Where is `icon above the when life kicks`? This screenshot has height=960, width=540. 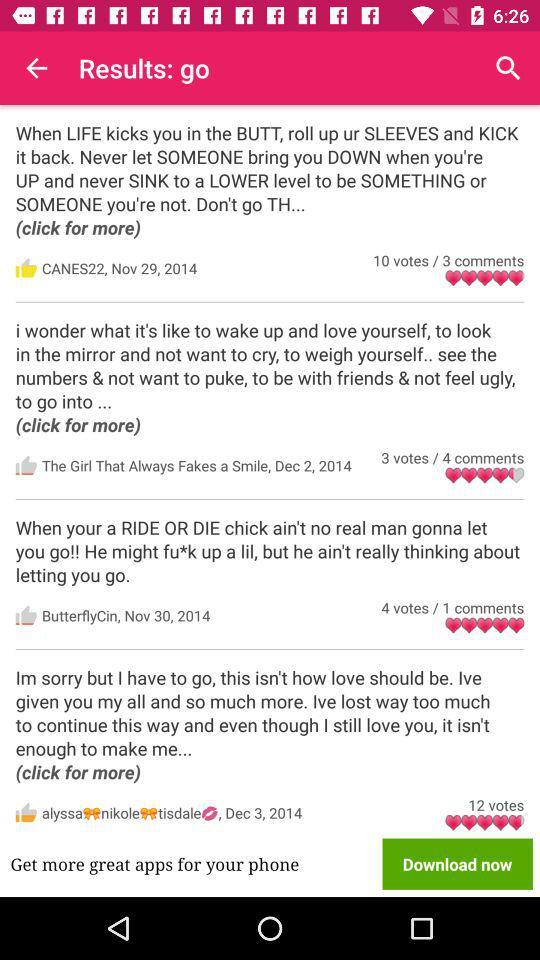
icon above the when life kicks is located at coordinates (36, 68).